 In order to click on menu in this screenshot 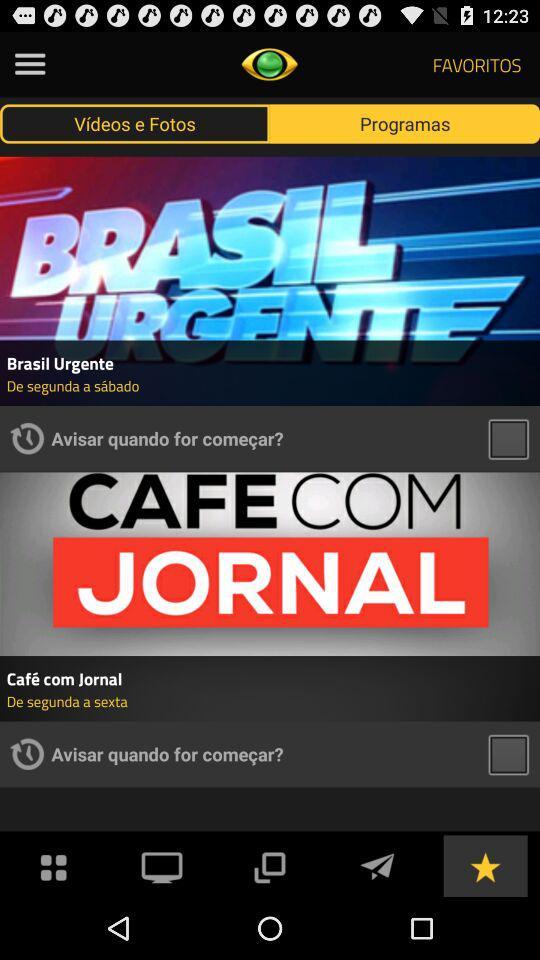, I will do `click(29, 64)`.